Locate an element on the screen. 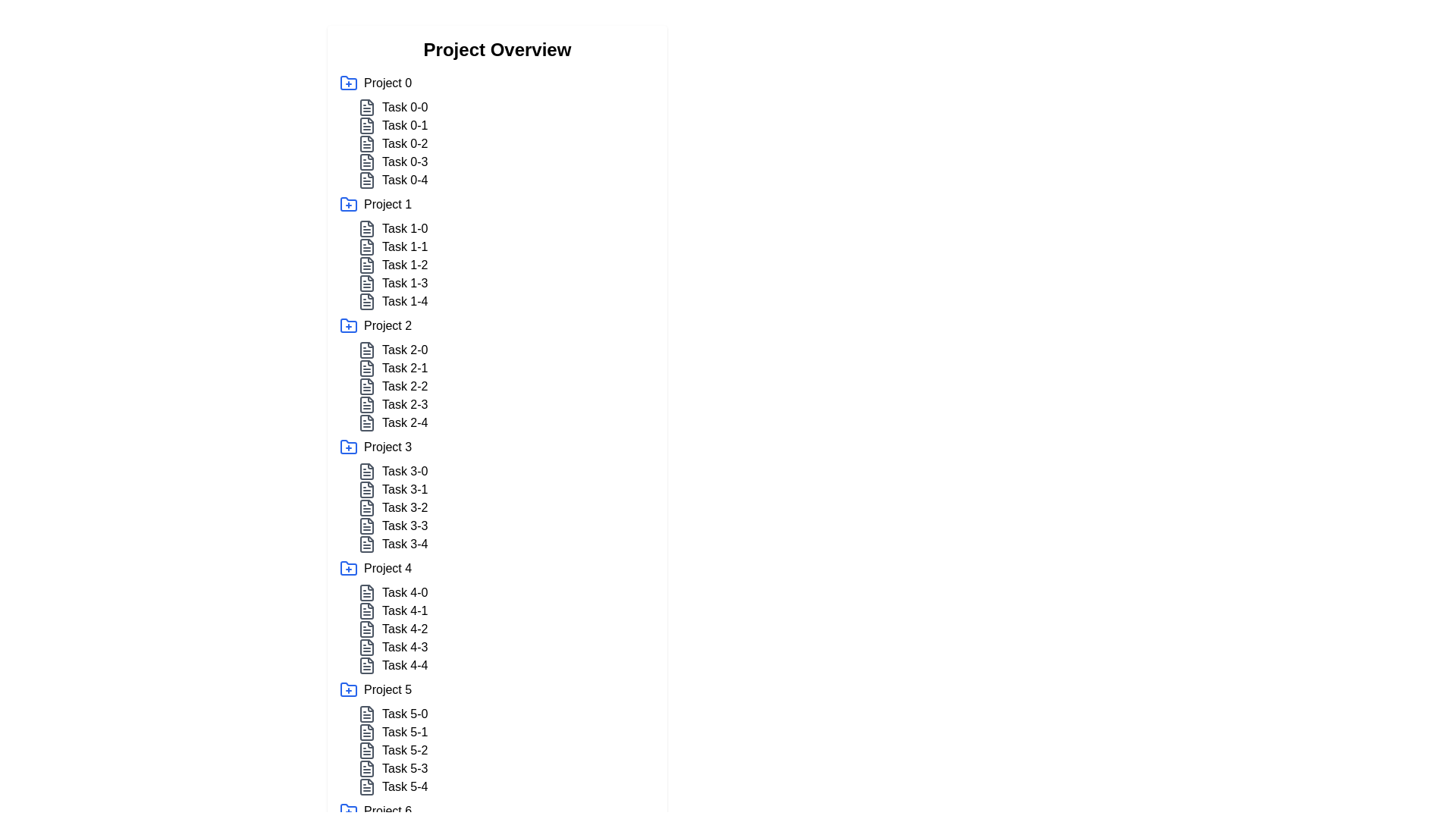 This screenshot has height=819, width=1456. the static text element displaying 'Task 3-0', which is the first item under 'Project 3' in the project management interface is located at coordinates (405, 470).